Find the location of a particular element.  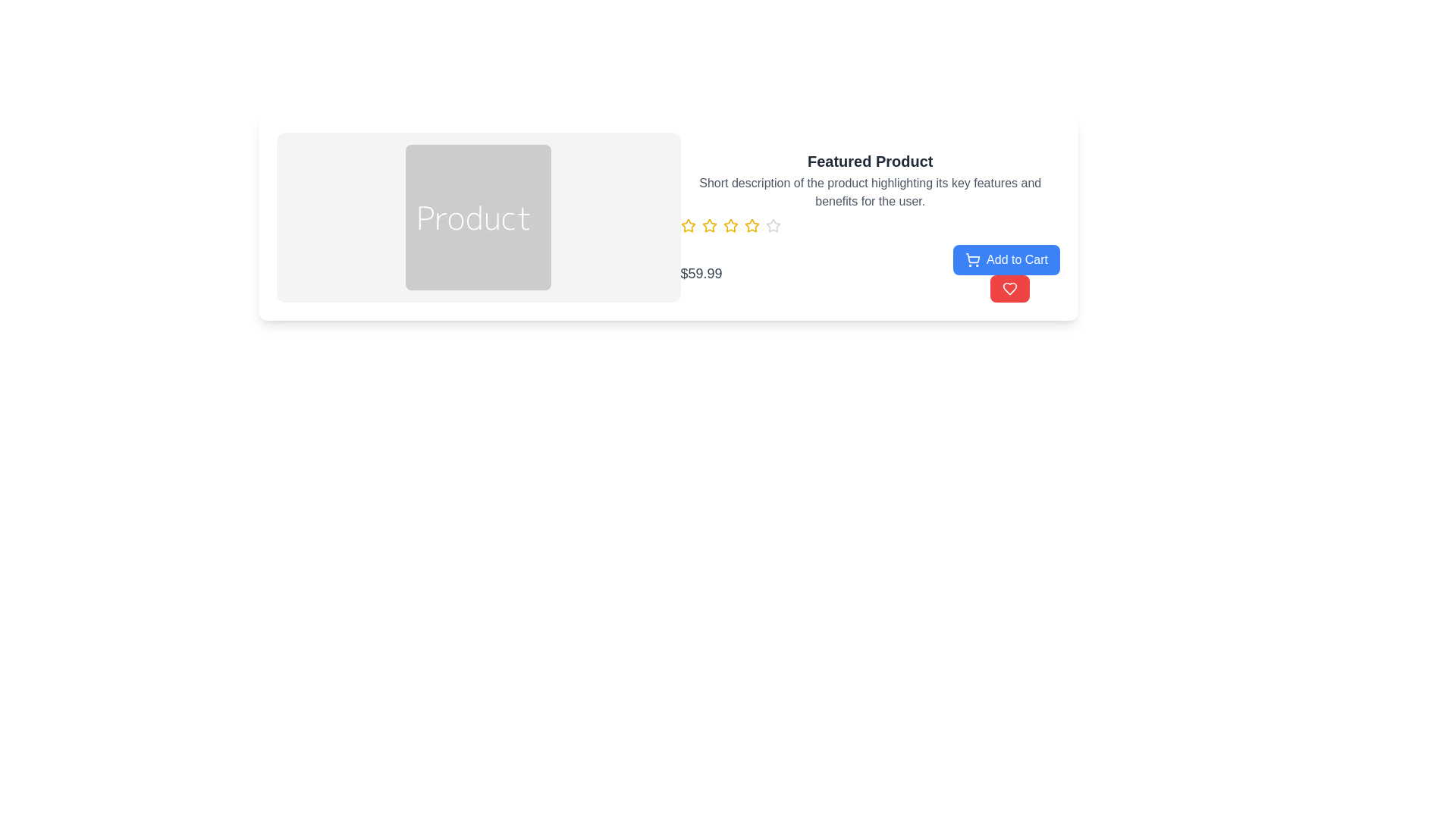

the shopping cart icon located inside the 'Add to Cart' button, positioned to the left of the text label is located at coordinates (973, 259).